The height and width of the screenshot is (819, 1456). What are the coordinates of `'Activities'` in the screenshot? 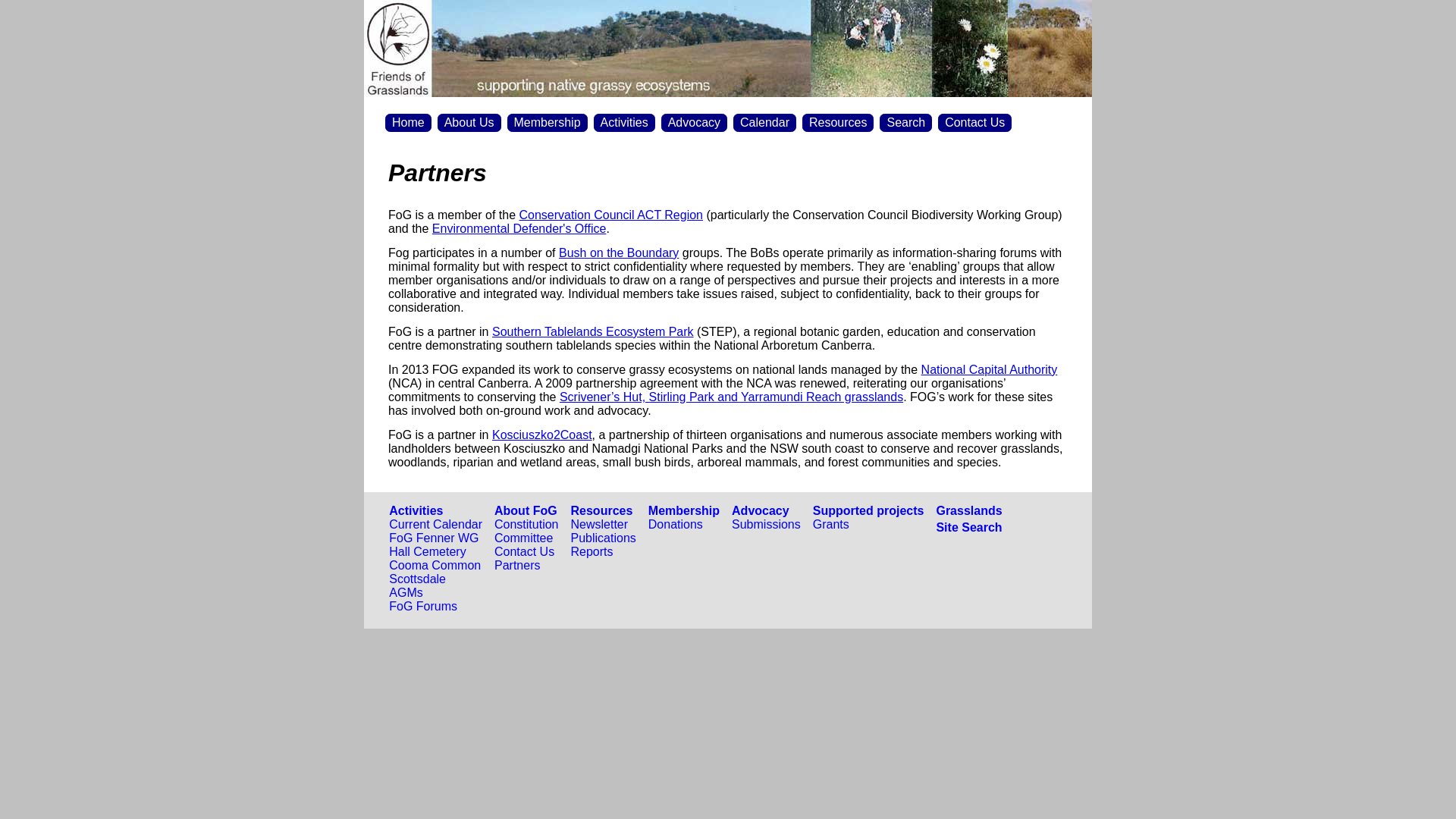 It's located at (416, 510).